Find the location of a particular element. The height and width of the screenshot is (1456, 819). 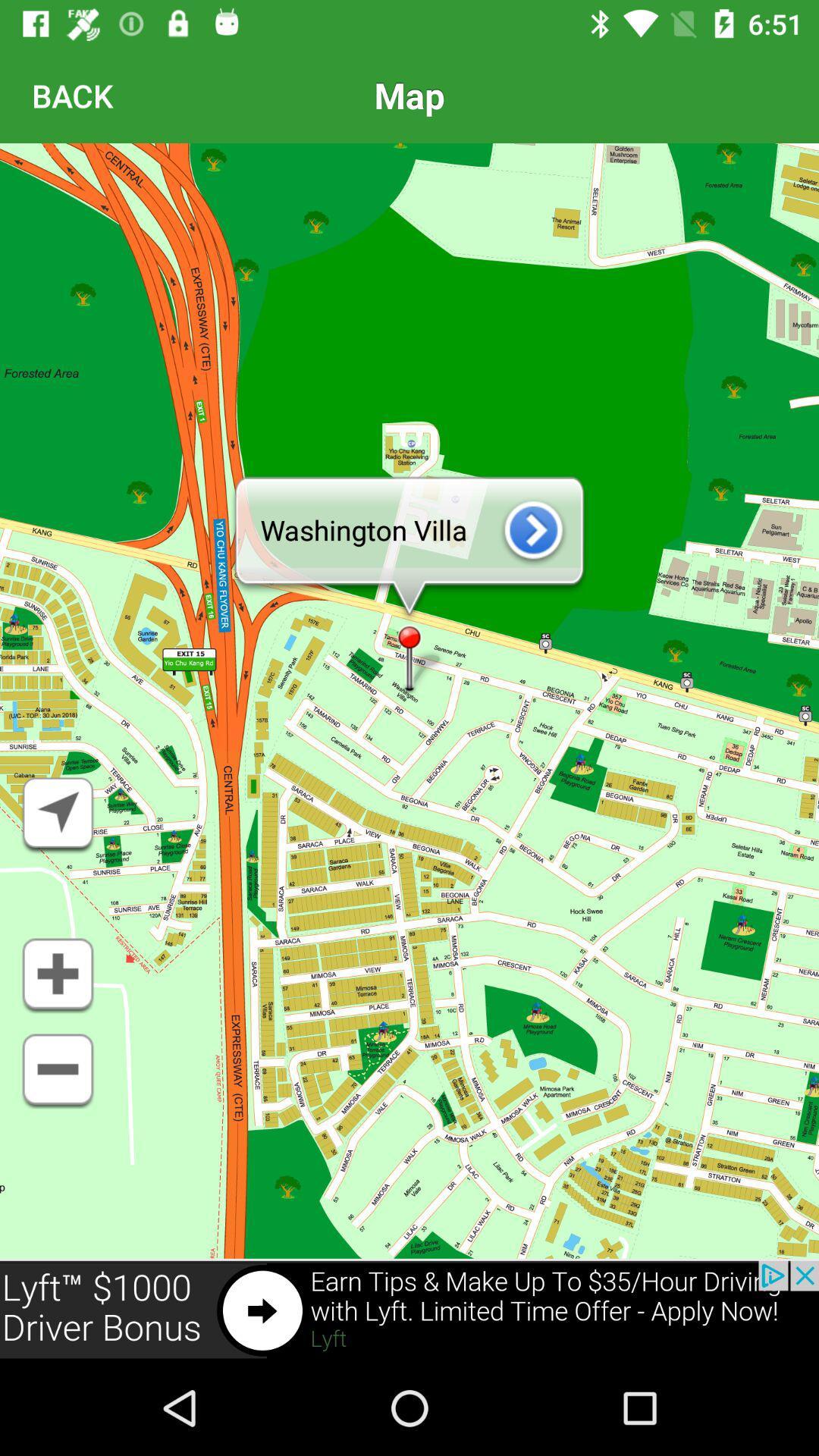

zooms the map out is located at coordinates (57, 1070).